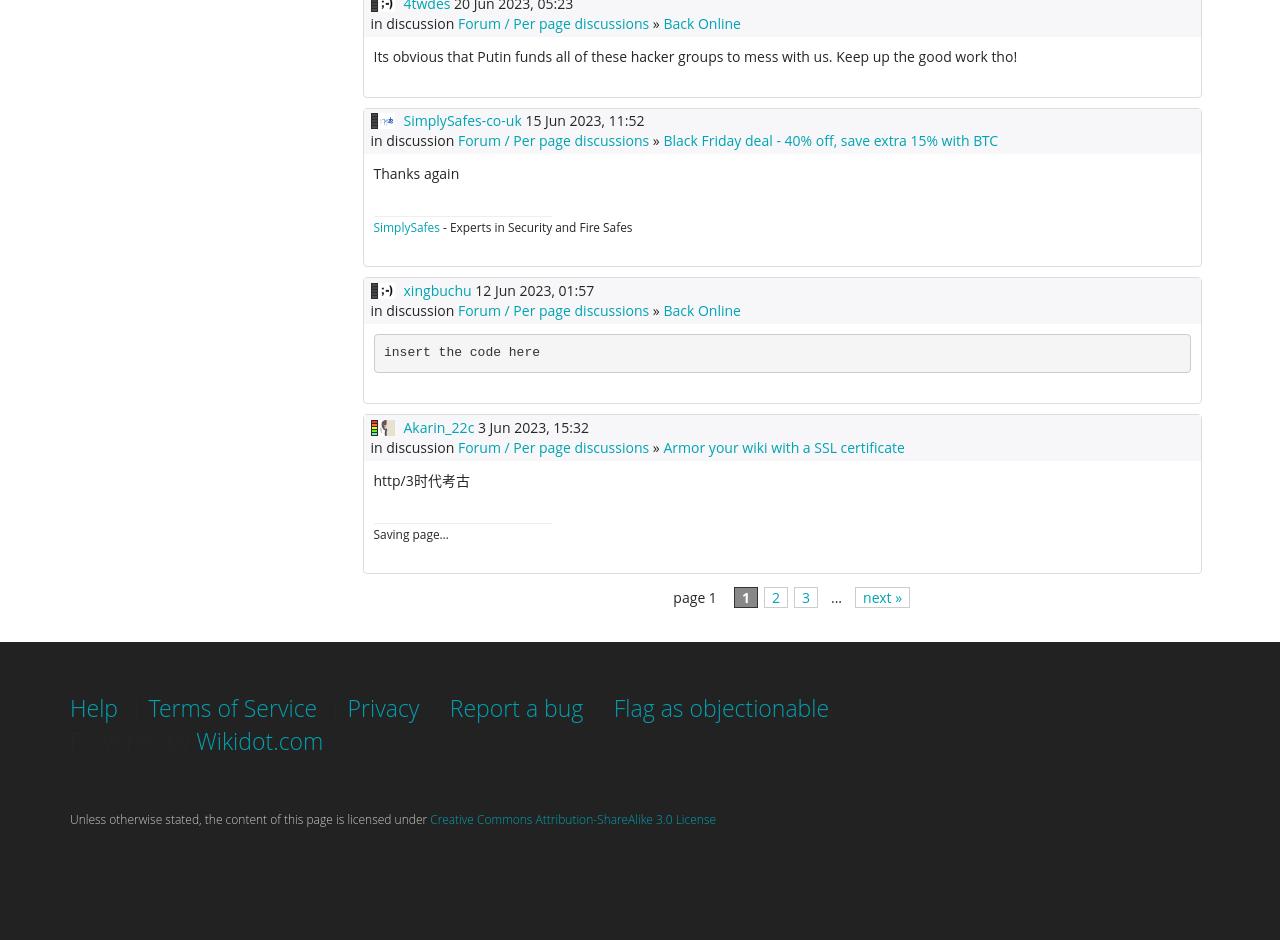 The height and width of the screenshot is (940, 1280). I want to click on 'SimplySafes-co-uk', so click(401, 119).